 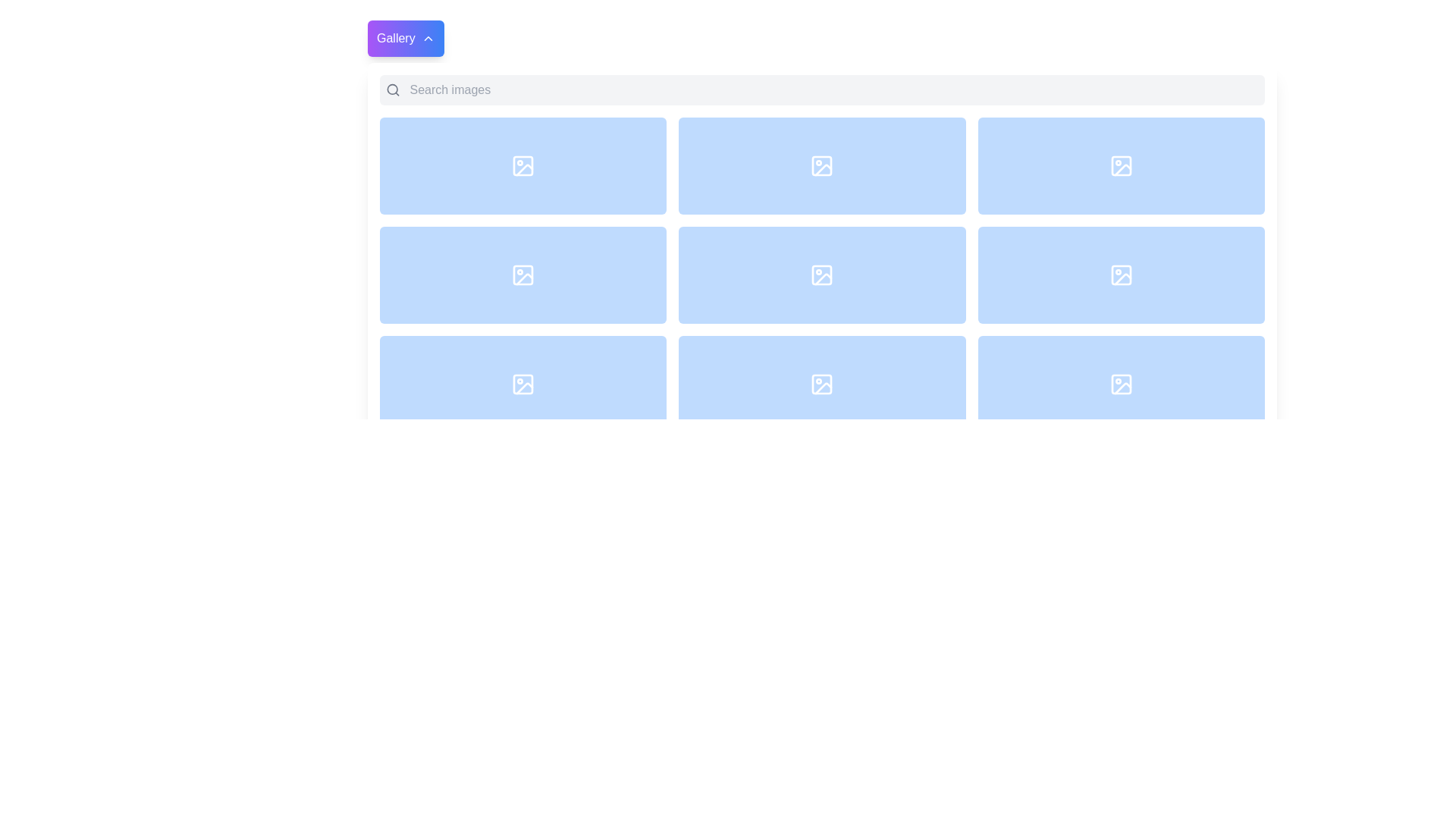 I want to click on the minimalistic rectangular icon with rounded corners located in the middle row of the grid layout, representing a placeholder or thumbnail, so click(x=523, y=275).